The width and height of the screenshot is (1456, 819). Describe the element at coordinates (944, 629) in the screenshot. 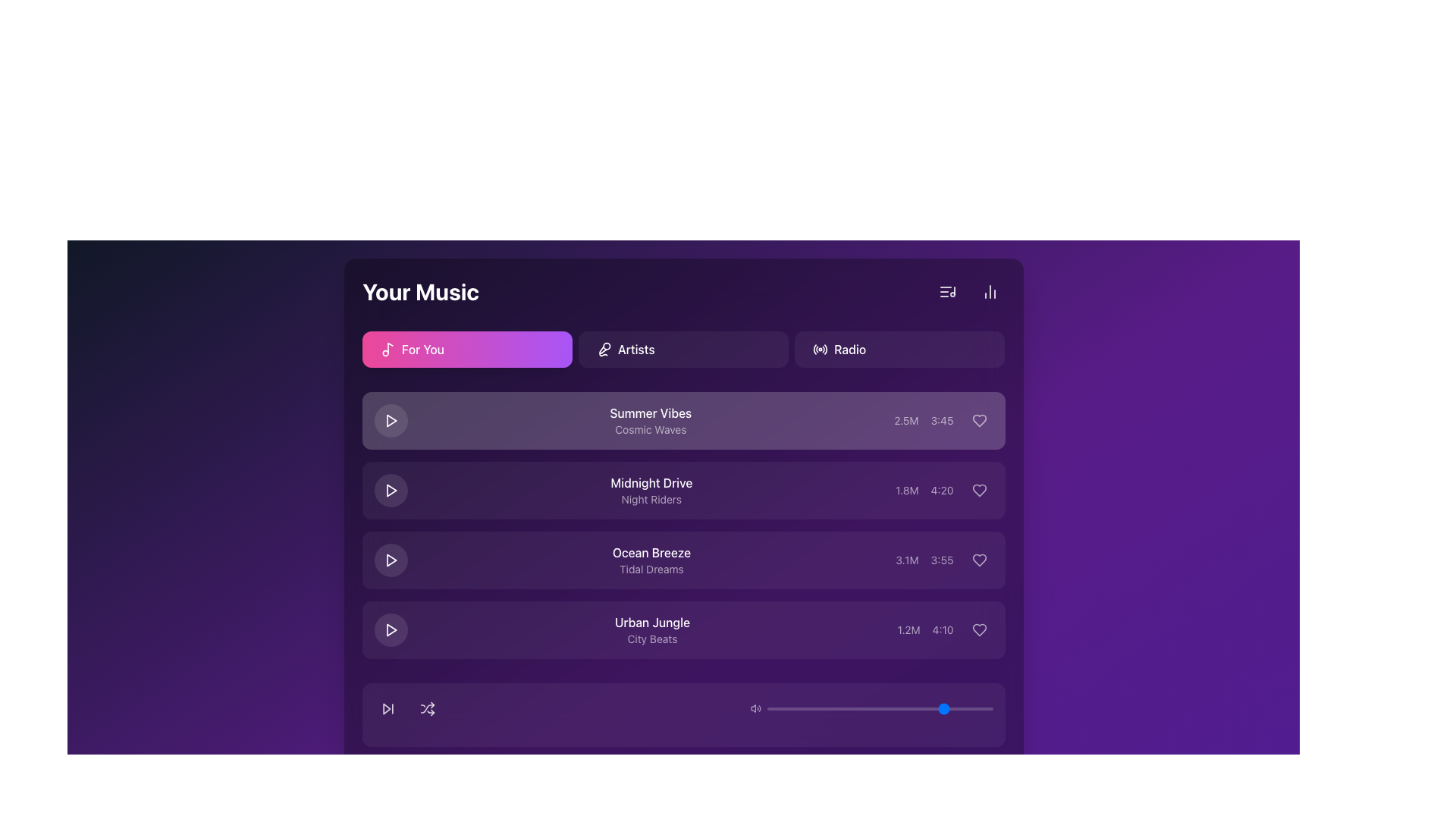

I see `displayed information from the text element showing the number of views ('1.2M') and duration ('4:10') of the 'Urban Jungle' track, located in the right section of the fourth row, aligned horizontally with the 'Urban Jungle' text, near the heart icon button` at that location.